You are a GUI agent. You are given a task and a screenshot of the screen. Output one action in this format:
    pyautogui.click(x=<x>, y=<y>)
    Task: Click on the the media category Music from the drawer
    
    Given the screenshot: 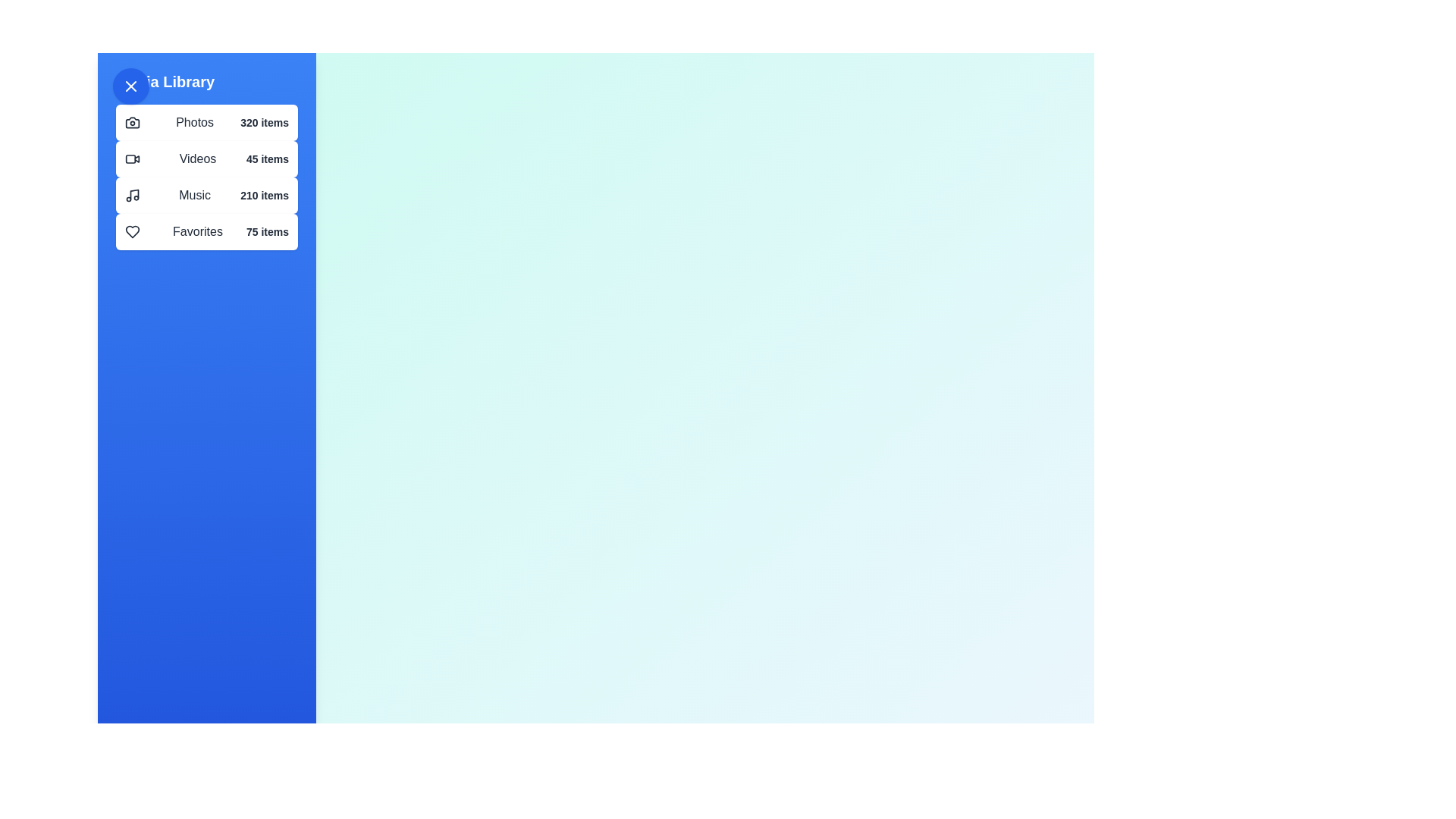 What is the action you would take?
    pyautogui.click(x=206, y=195)
    